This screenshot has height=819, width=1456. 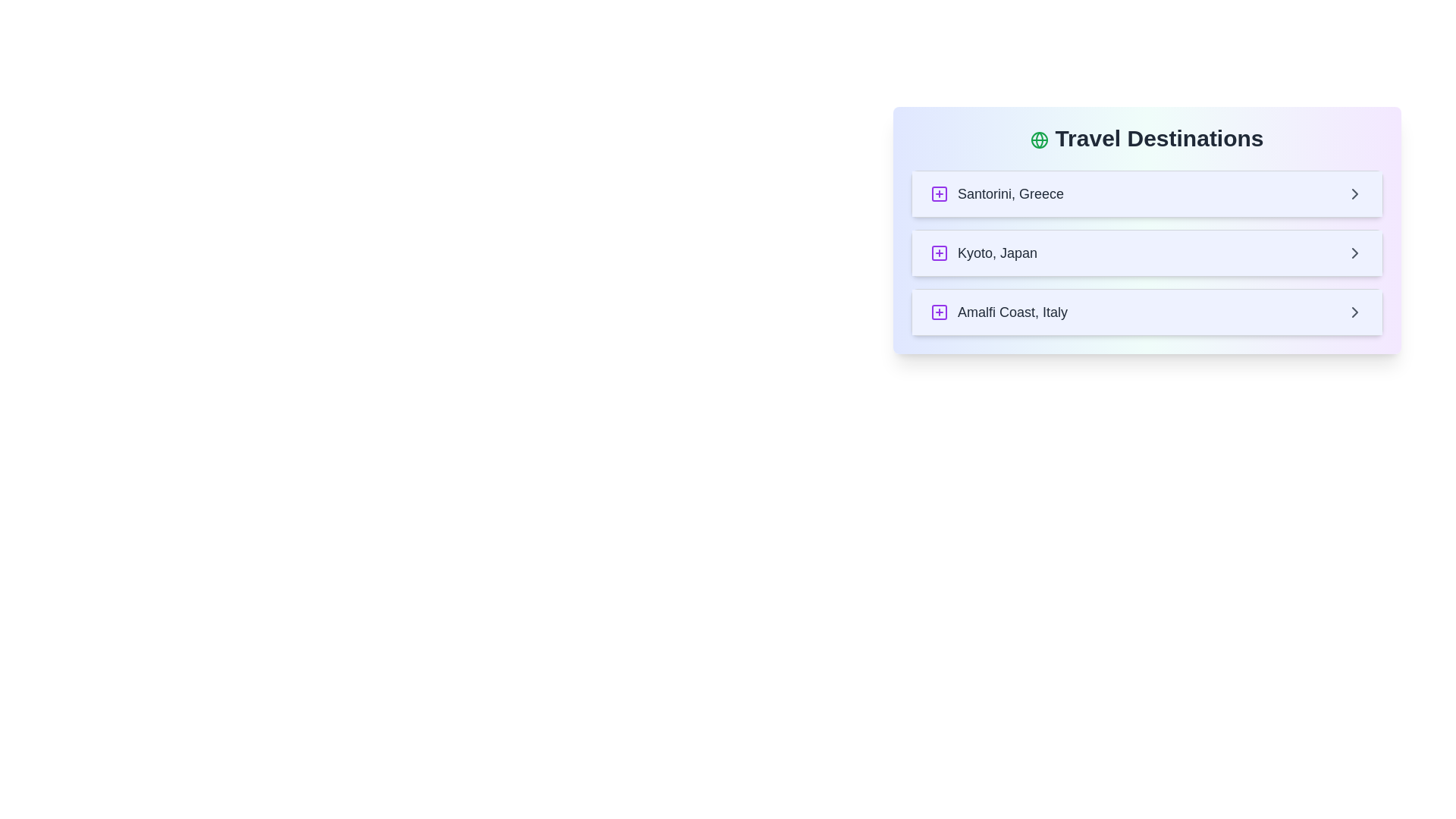 I want to click on the small circular green globe icon with longitude and latitude markings, located immediately to the left of the 'Travel Destinations' heading, so click(x=1039, y=140).